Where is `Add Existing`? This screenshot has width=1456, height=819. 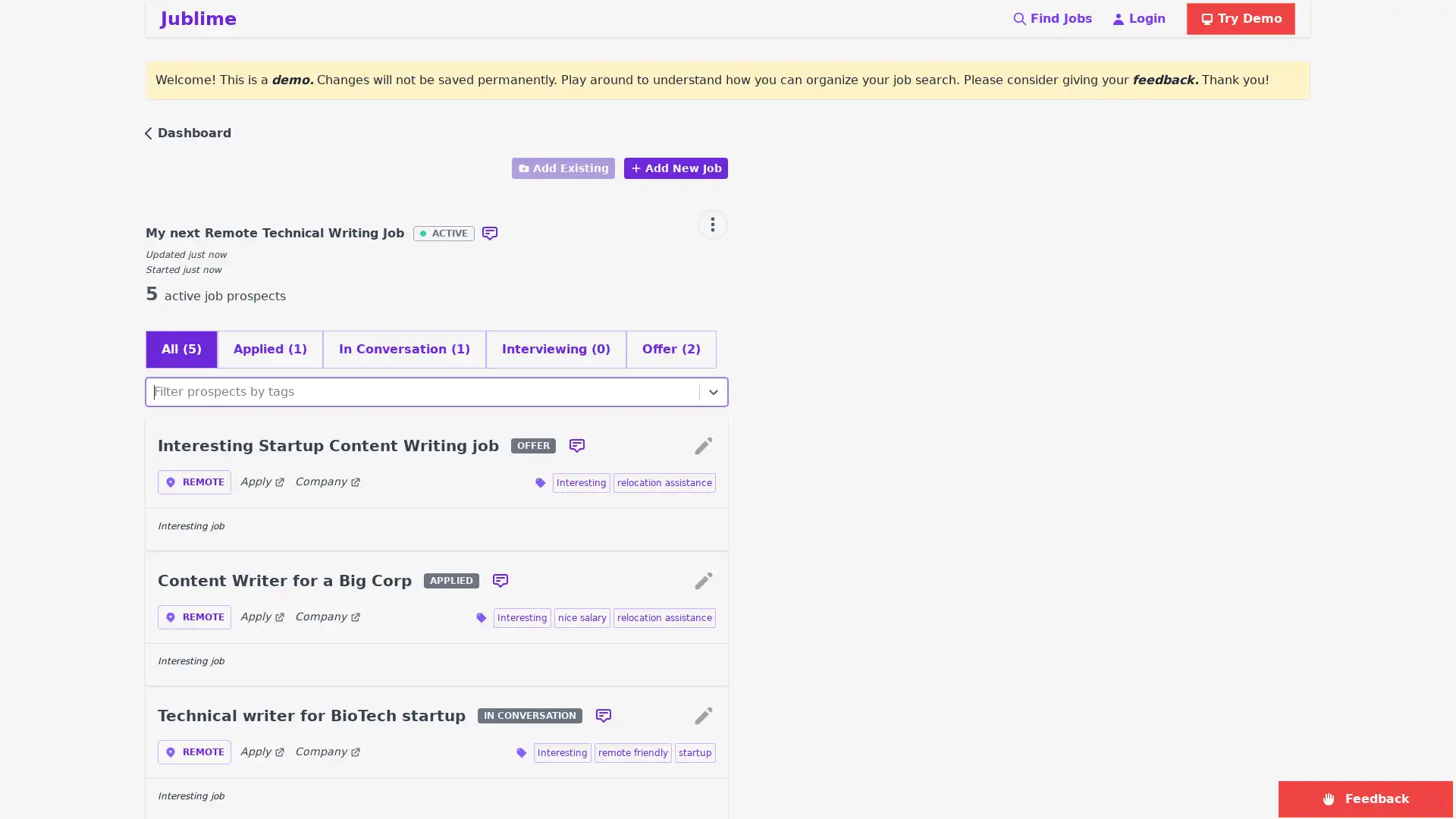 Add Existing is located at coordinates (563, 168).